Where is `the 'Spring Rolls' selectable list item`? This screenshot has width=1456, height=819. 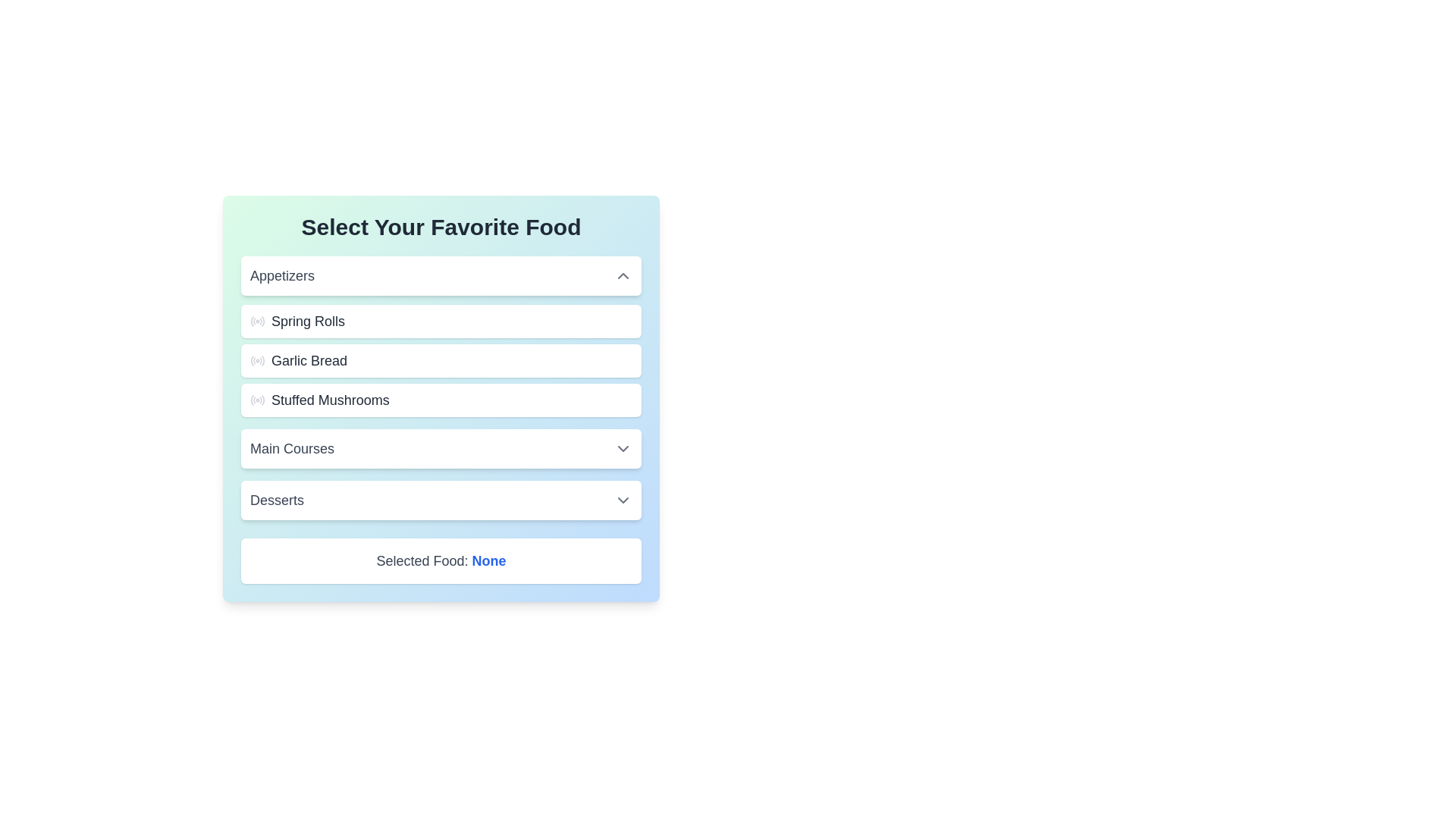 the 'Spring Rolls' selectable list item is located at coordinates (440, 321).